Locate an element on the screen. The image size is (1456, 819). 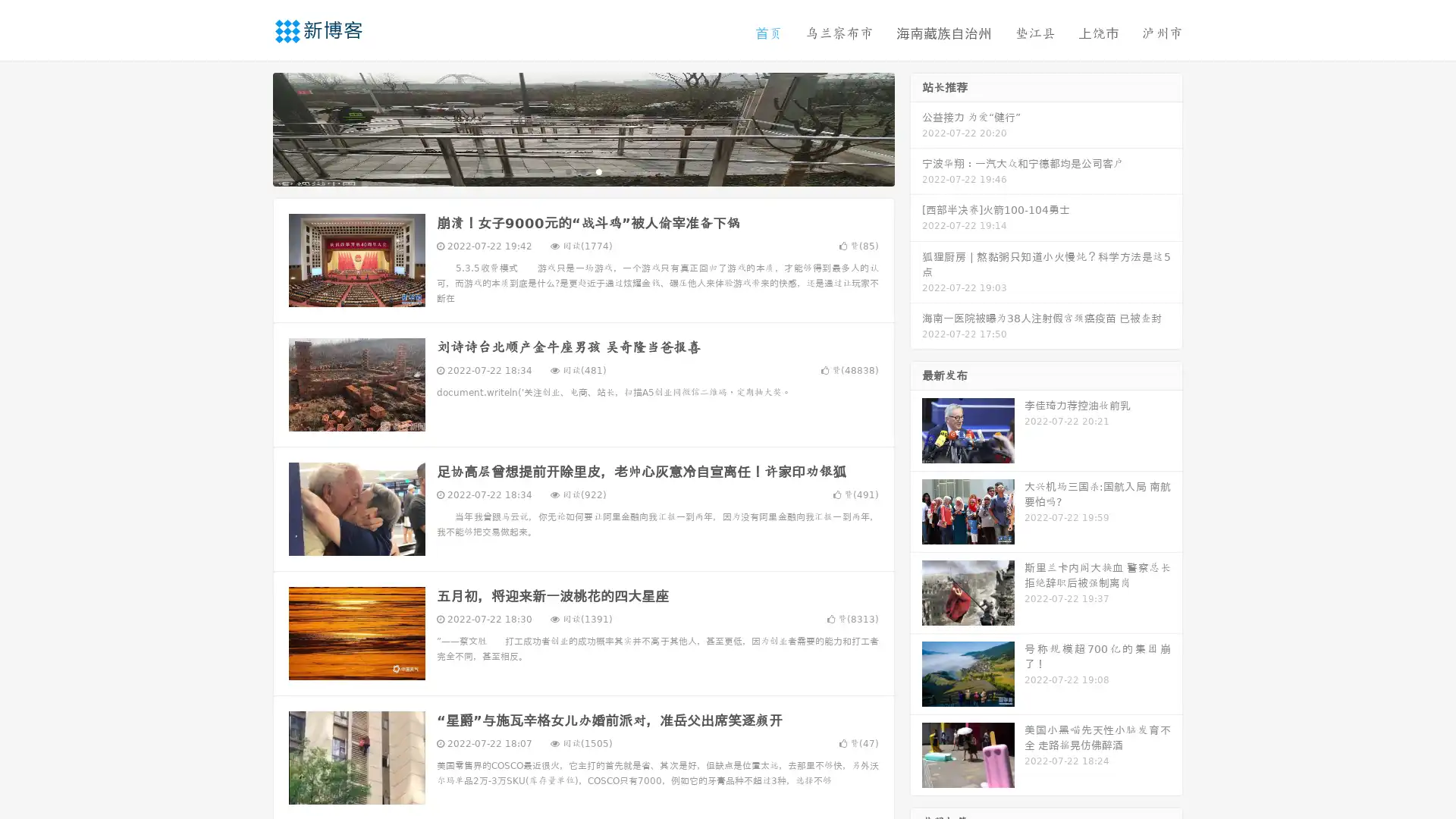
Go to slide 3 is located at coordinates (598, 171).